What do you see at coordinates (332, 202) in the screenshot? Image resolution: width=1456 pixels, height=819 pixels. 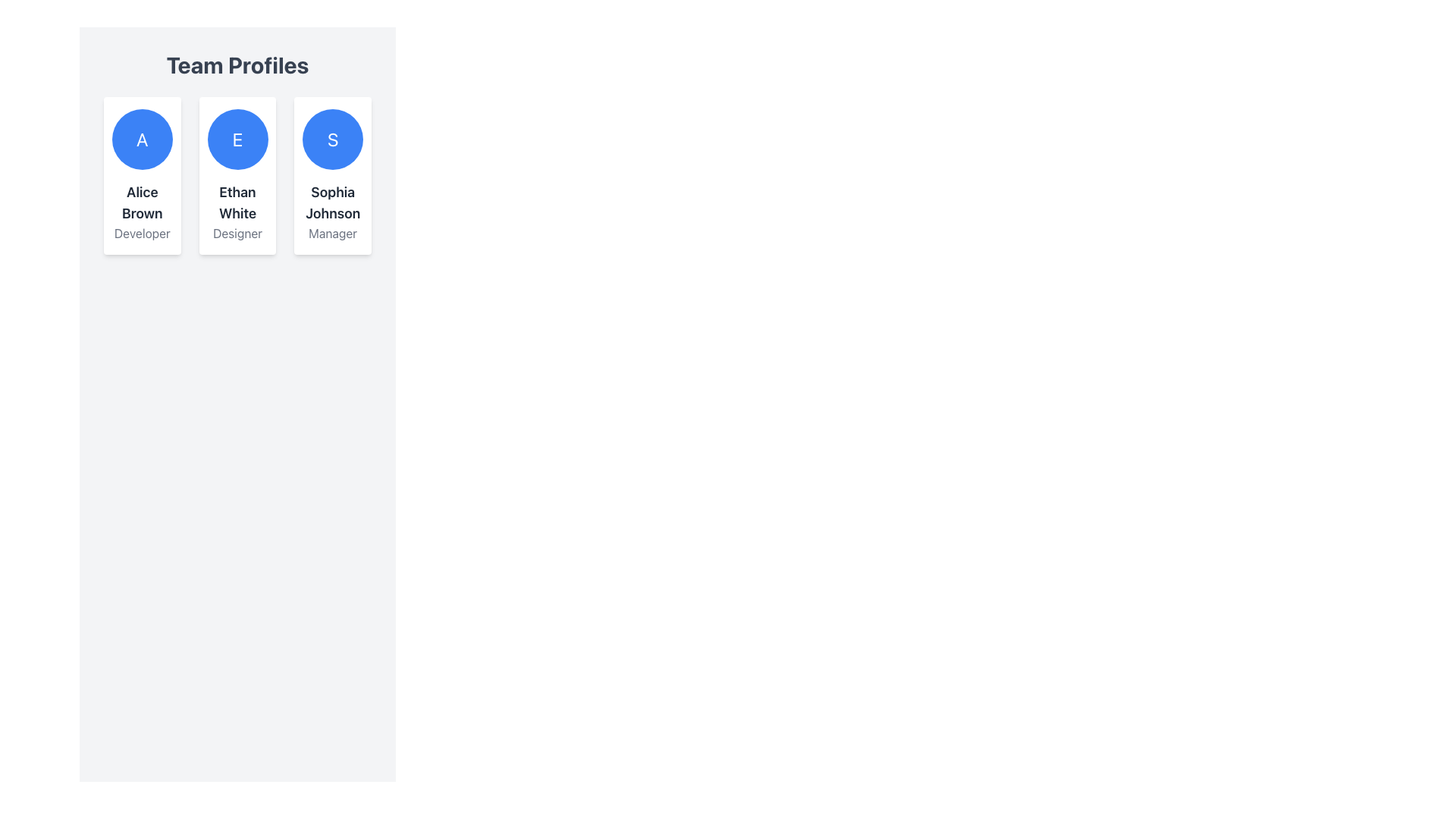 I see `the text label displaying 'Sophia Johnson', which is positioned below an avatar icon and above the title 'Manager'` at bounding box center [332, 202].